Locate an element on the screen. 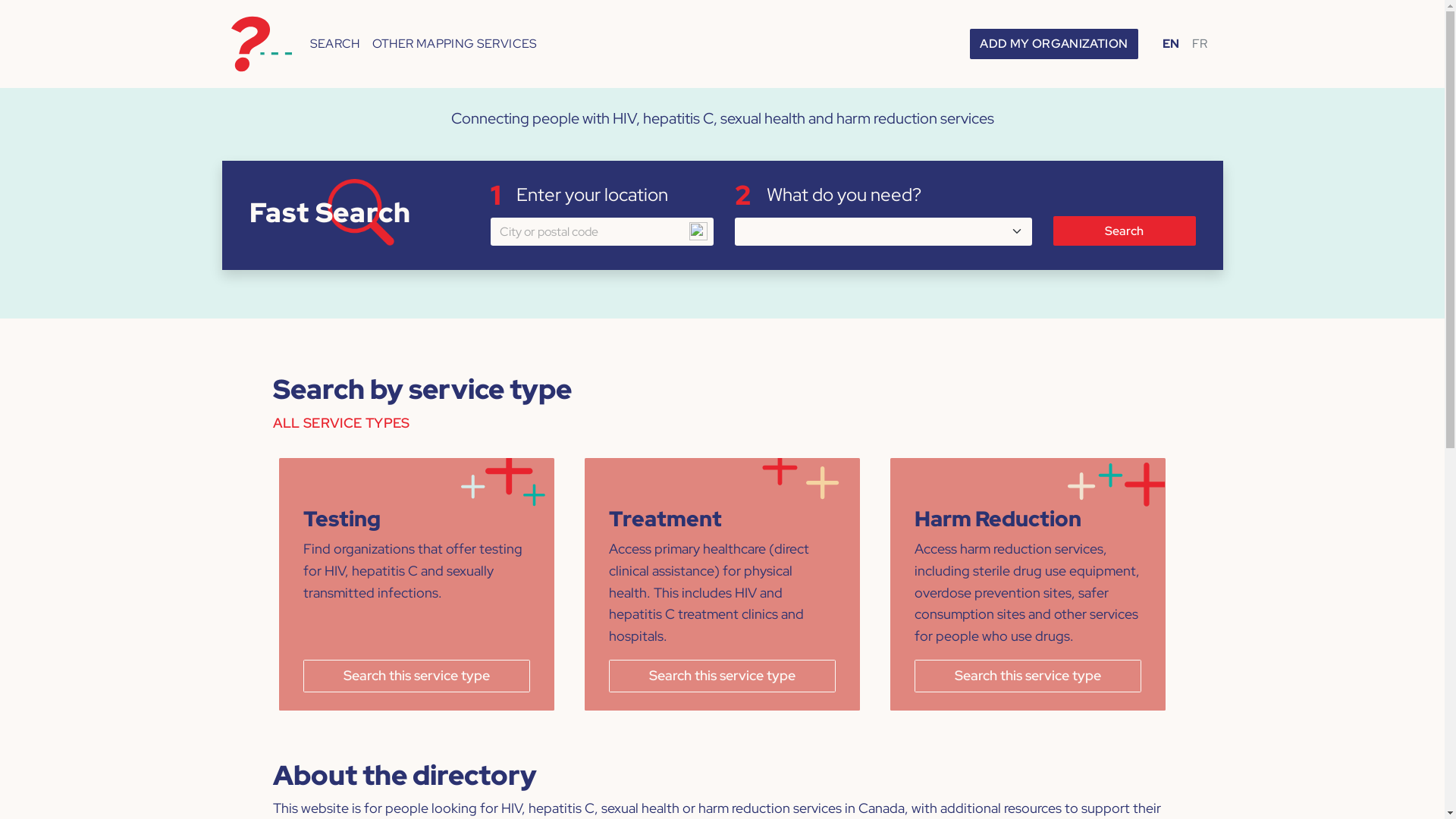  'Search this service type' is located at coordinates (1028, 675).